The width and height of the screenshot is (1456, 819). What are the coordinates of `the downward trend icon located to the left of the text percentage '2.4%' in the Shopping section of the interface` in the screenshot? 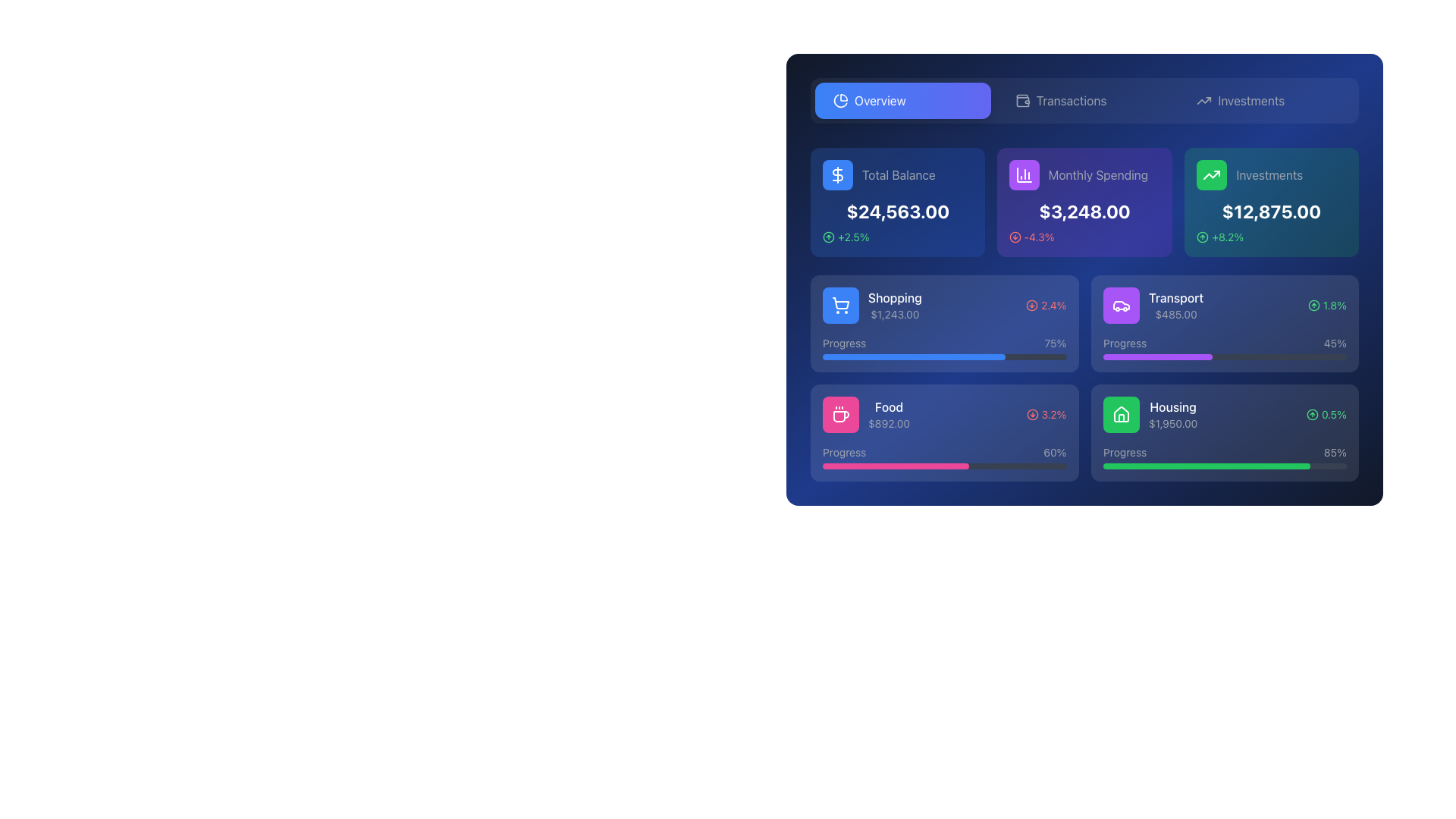 It's located at (1031, 305).